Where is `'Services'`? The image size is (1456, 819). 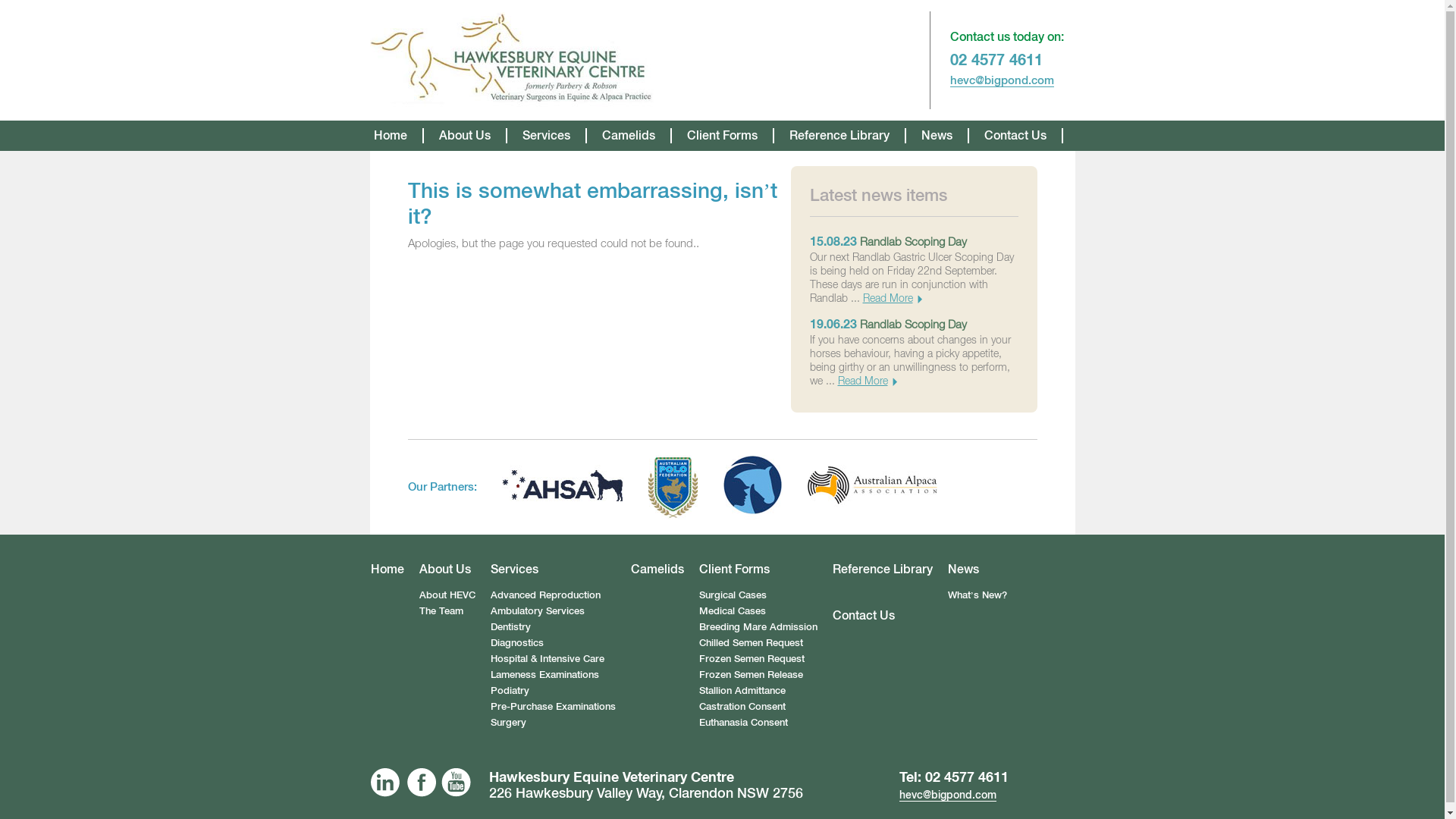 'Services' is located at coordinates (552, 570).